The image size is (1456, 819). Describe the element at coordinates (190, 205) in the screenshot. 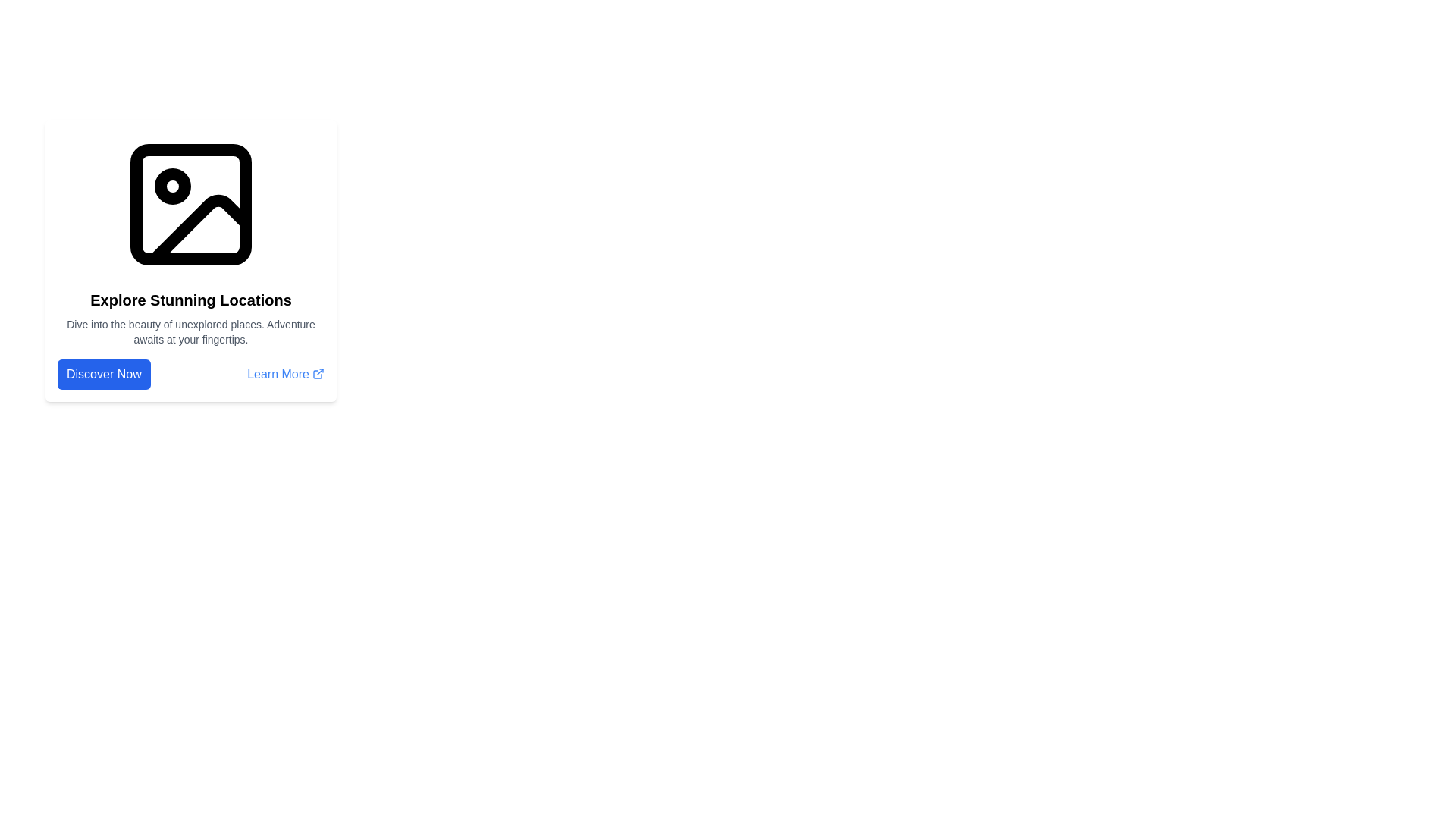

I see `the Image placeholder located at the top of the white panel with rounded corners, which serves as a visual representation for content related to 'Explore Stunning Locations'` at that location.